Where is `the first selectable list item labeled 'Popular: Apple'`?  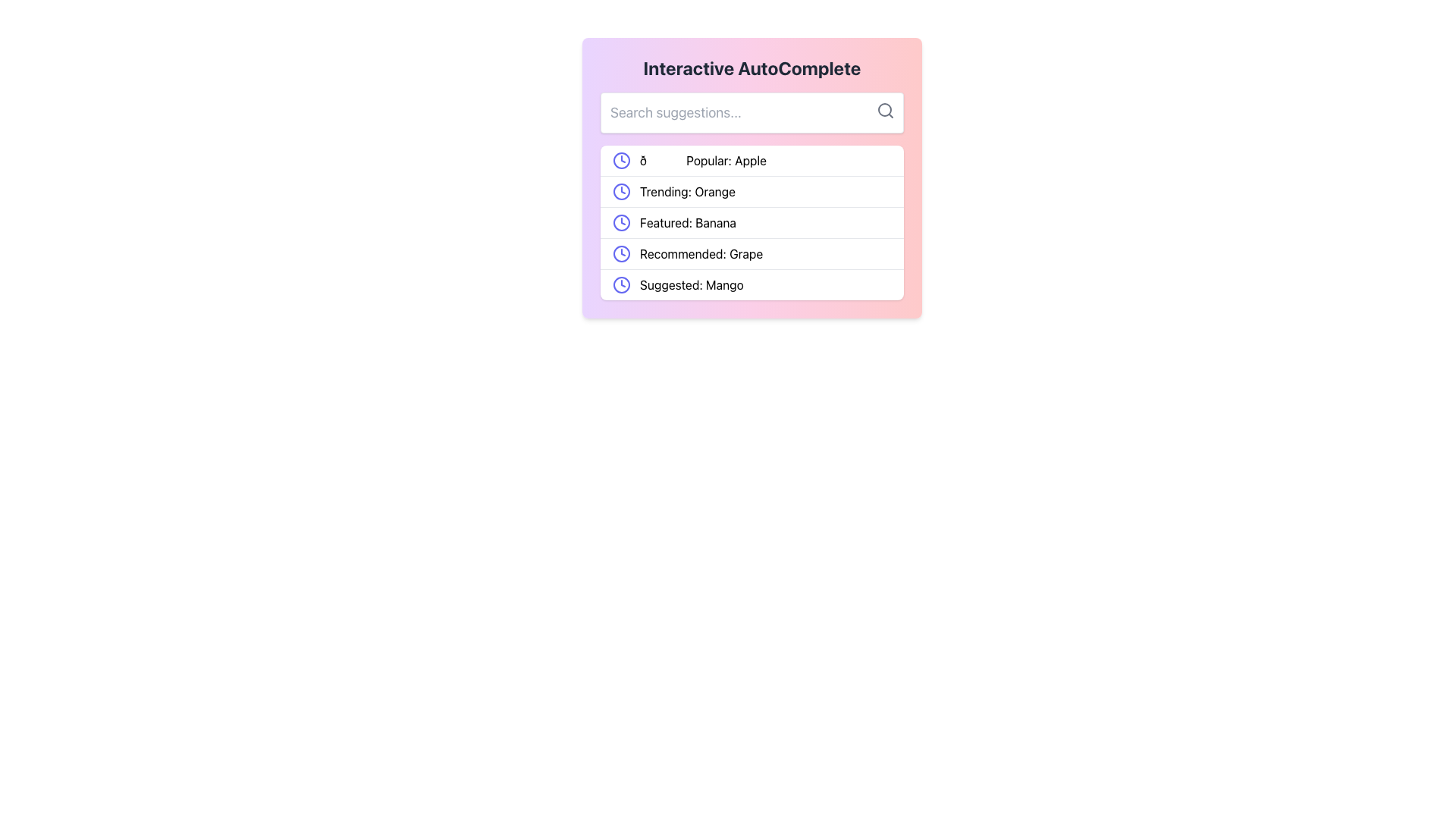 the first selectable list item labeled 'Popular: Apple' is located at coordinates (752, 161).